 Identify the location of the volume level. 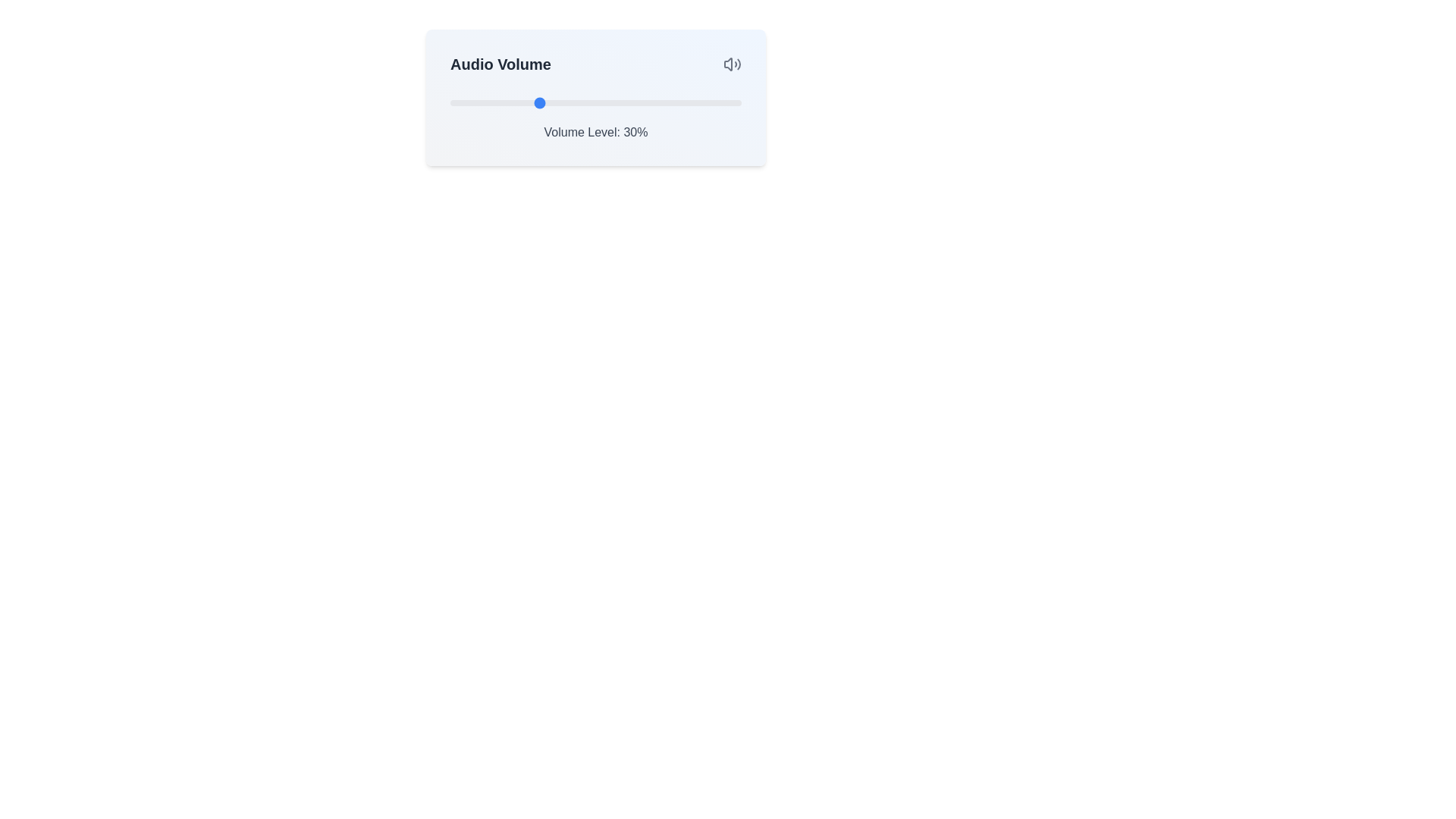
(508, 102).